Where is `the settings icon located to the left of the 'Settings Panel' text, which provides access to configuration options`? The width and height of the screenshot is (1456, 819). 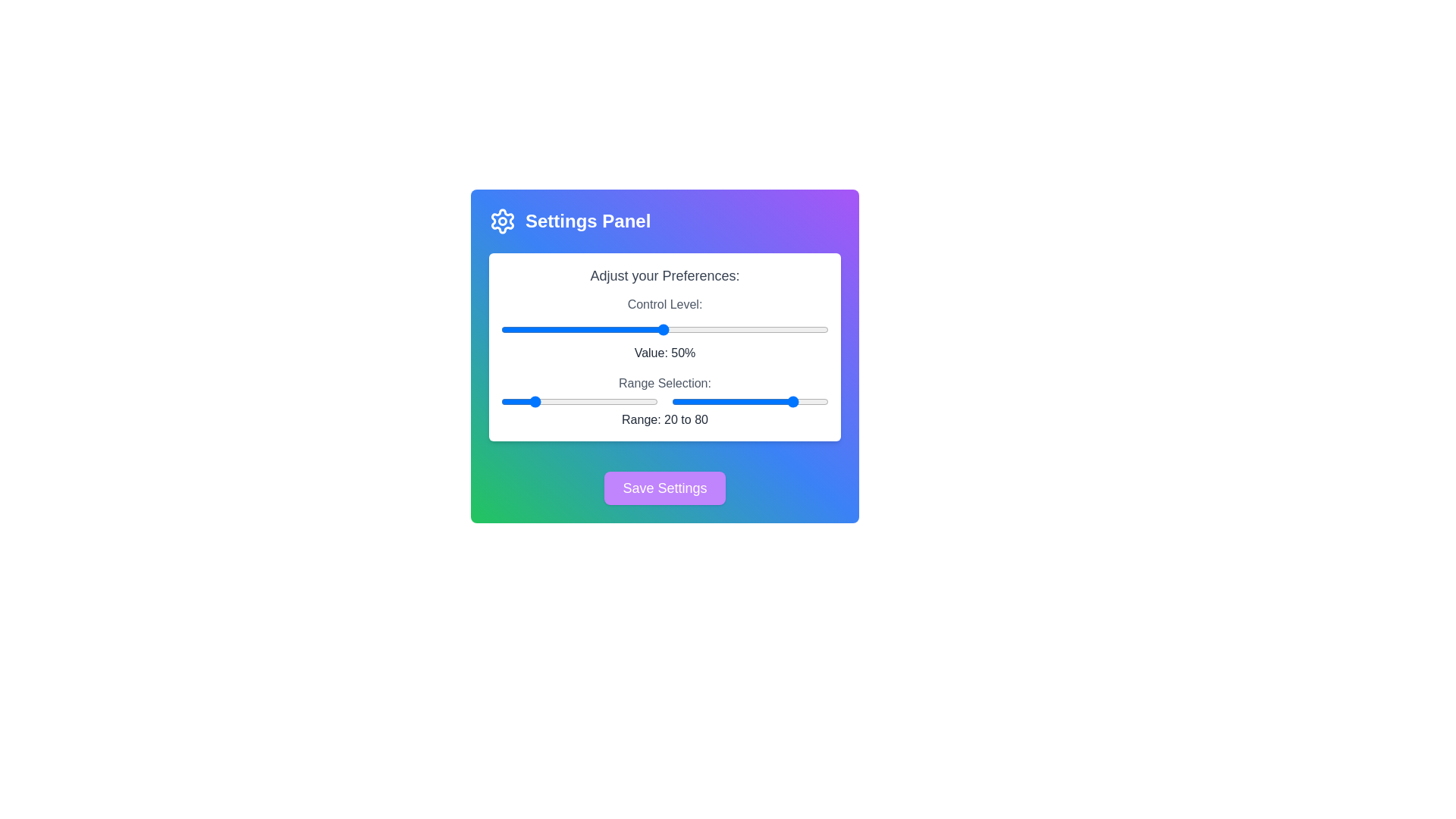
the settings icon located to the left of the 'Settings Panel' text, which provides access to configuration options is located at coordinates (502, 221).